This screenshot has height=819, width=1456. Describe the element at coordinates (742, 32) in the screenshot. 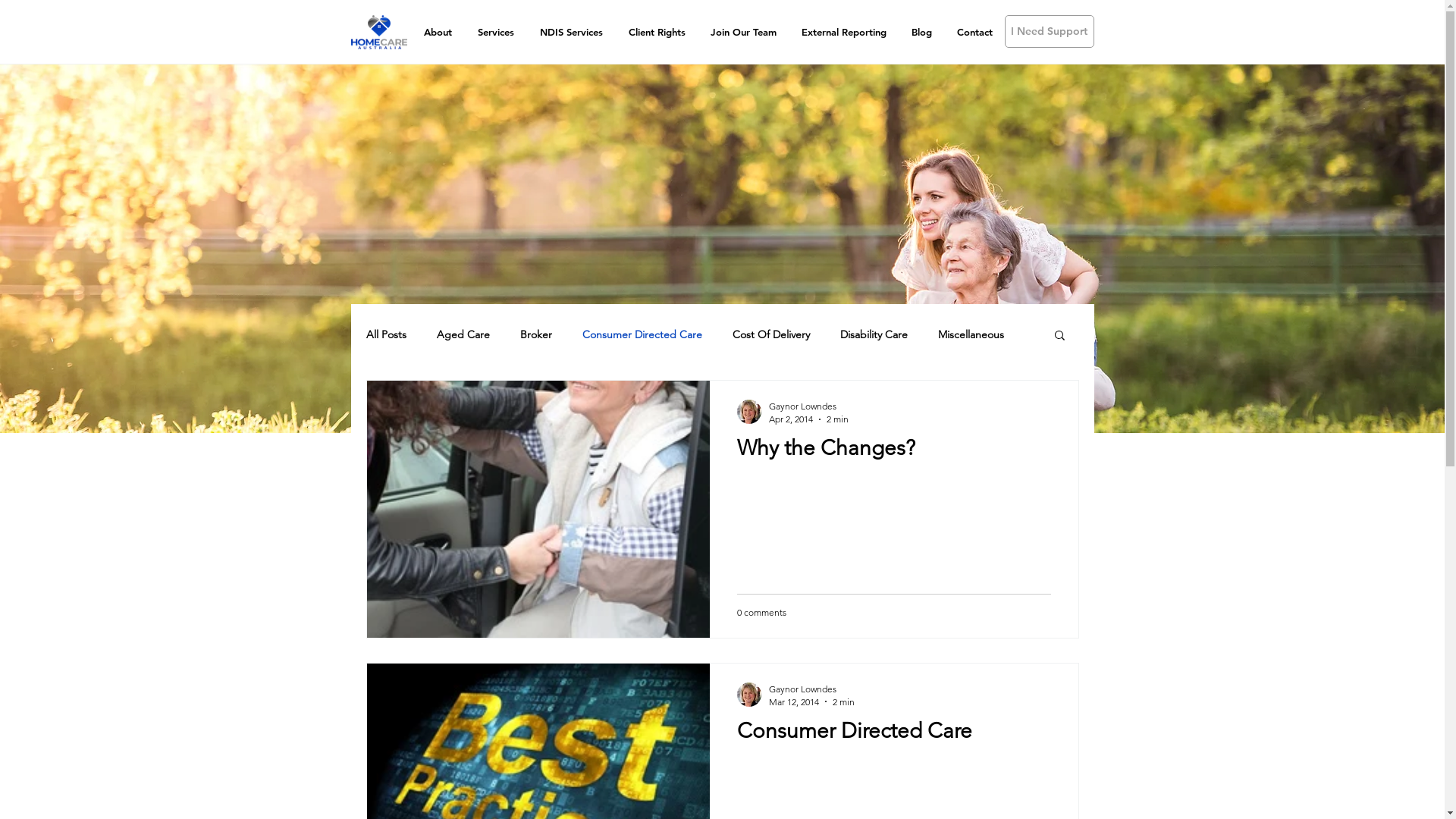

I see `'Join Our Team'` at that location.